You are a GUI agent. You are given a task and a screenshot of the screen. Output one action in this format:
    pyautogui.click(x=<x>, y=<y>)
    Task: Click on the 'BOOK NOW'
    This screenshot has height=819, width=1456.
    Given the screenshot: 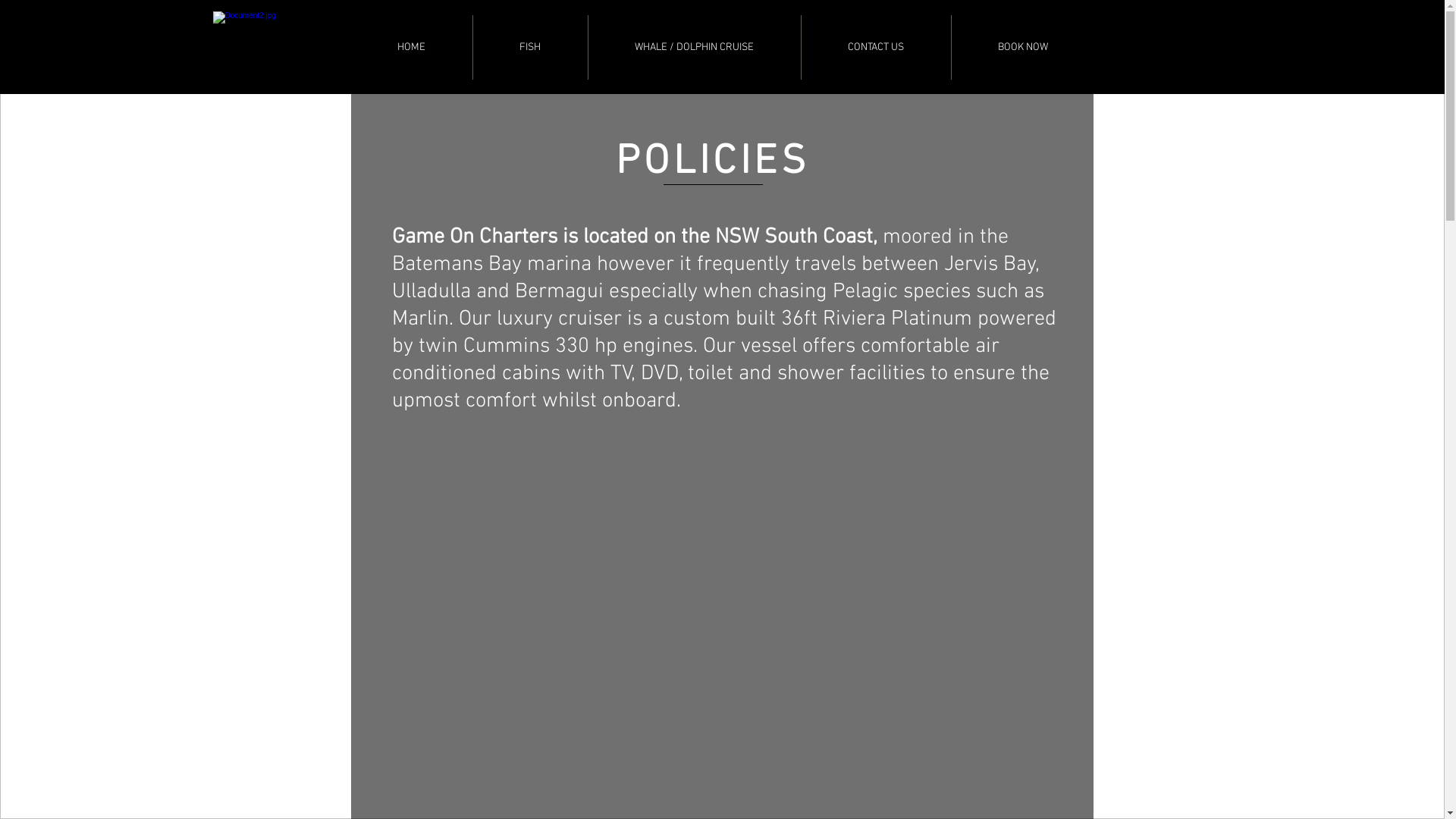 What is the action you would take?
    pyautogui.click(x=949, y=46)
    